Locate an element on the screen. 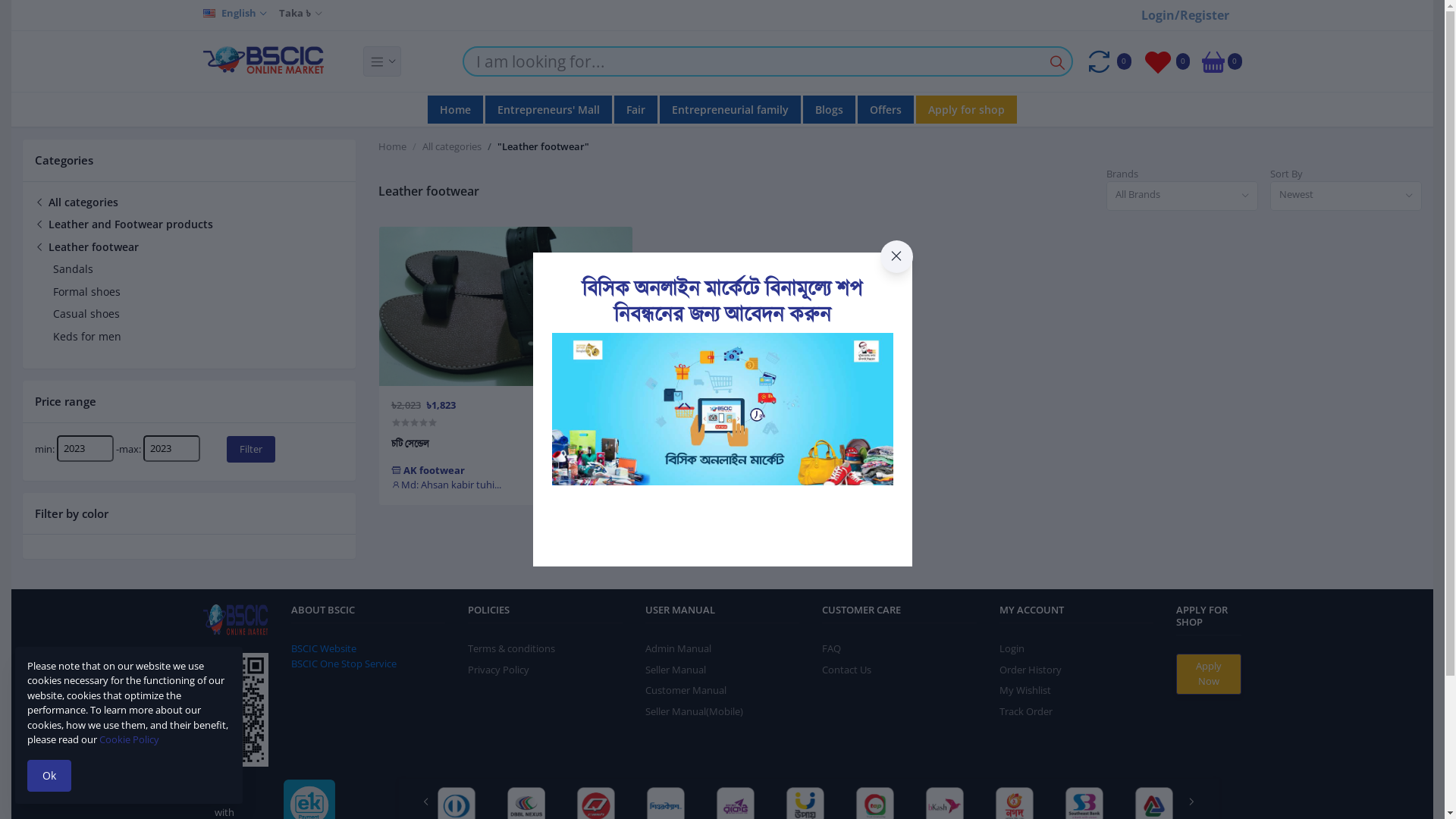 This screenshot has height=819, width=1456. 'BSCIC One Stop Service' is located at coordinates (343, 663).